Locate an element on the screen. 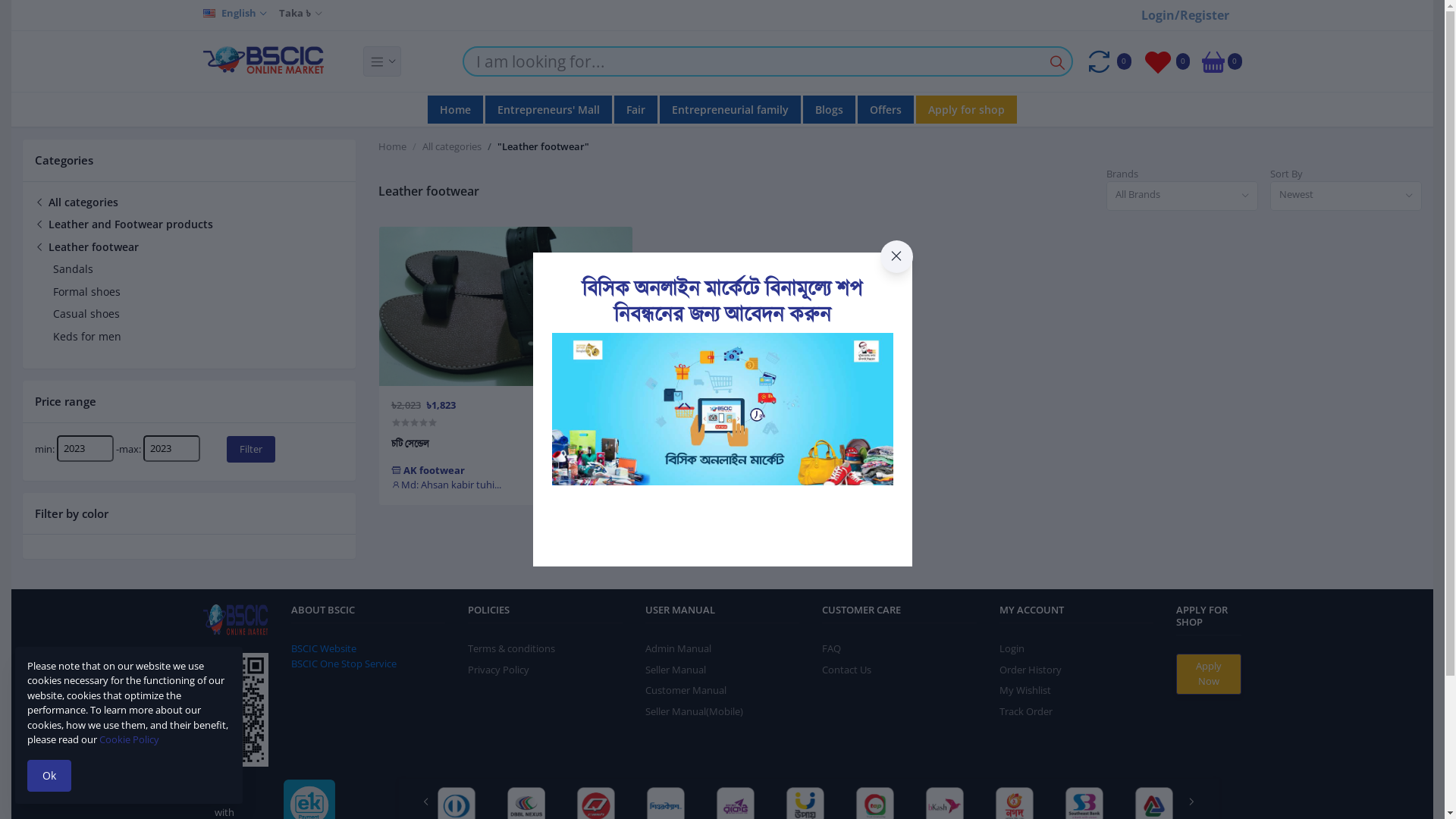 This screenshot has height=819, width=1456. 'BSCIC One Stop Service' is located at coordinates (343, 663).